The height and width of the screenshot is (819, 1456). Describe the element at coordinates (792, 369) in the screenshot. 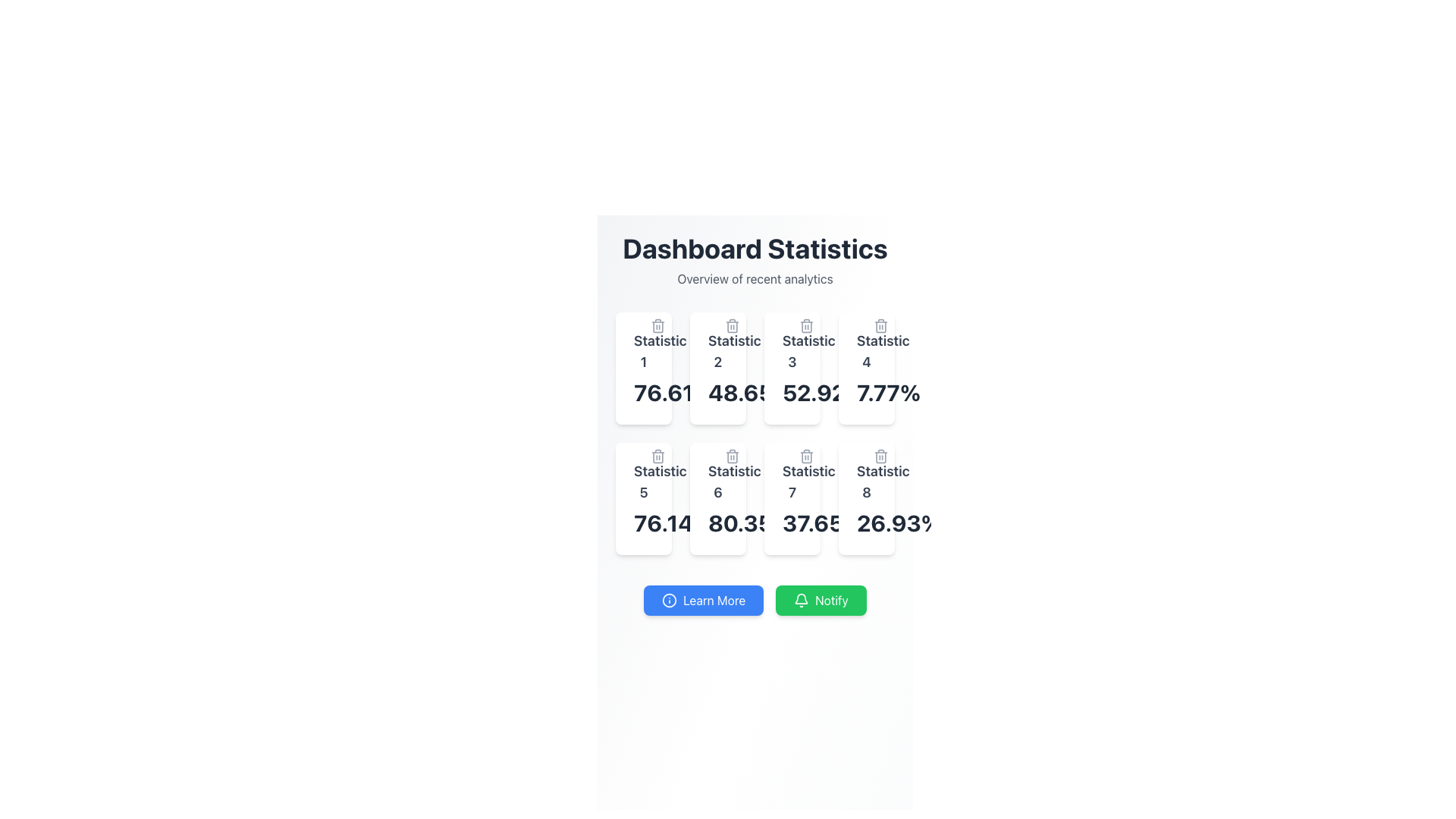

I see `statistic displayed on the card located in the third column of the first row of the grid layout, which is adjacent to 'Statistic 2' on the left and 'Statistic 4' on the right` at that location.